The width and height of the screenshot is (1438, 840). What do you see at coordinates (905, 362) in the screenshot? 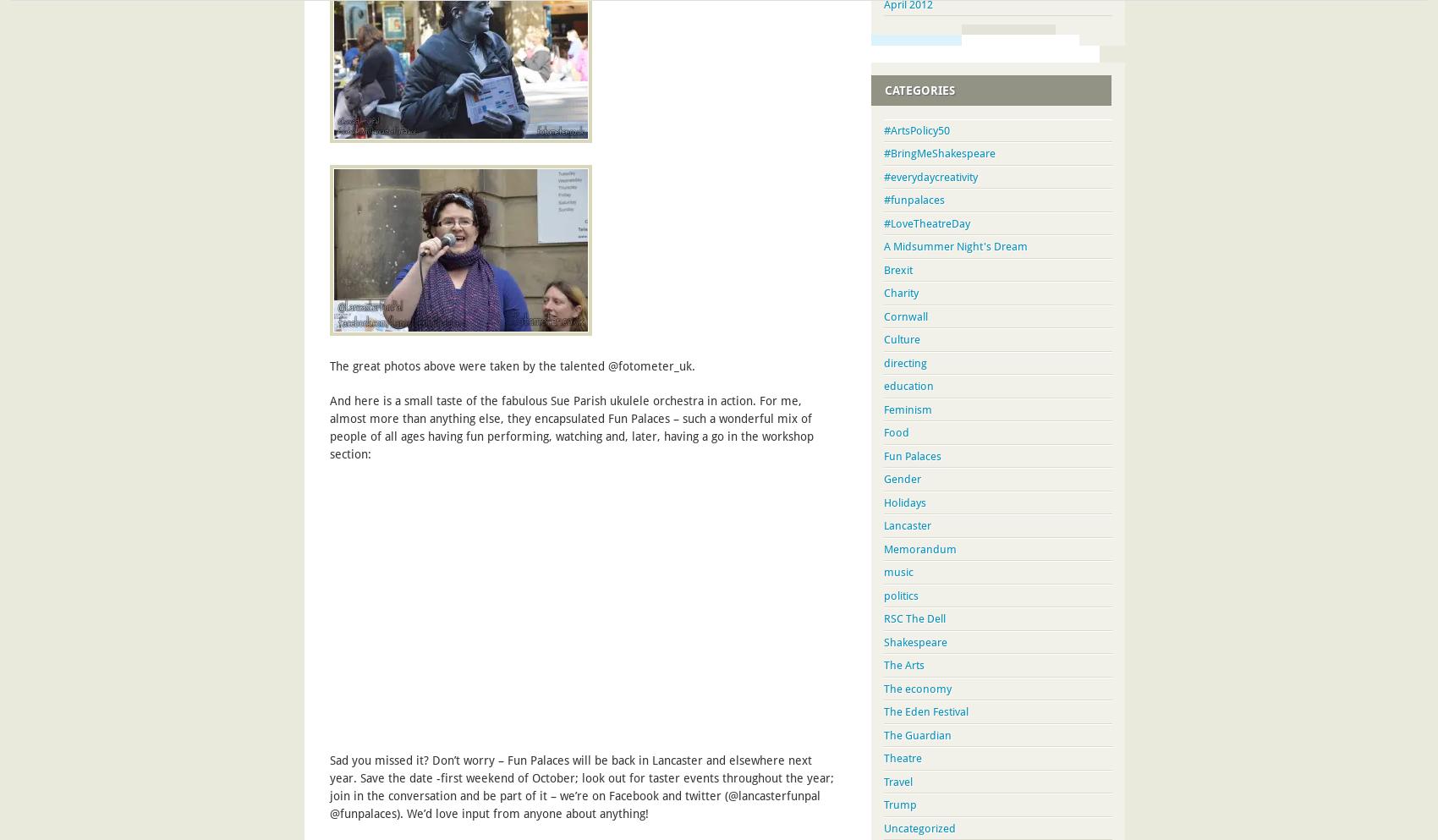
I see `'directing'` at bounding box center [905, 362].